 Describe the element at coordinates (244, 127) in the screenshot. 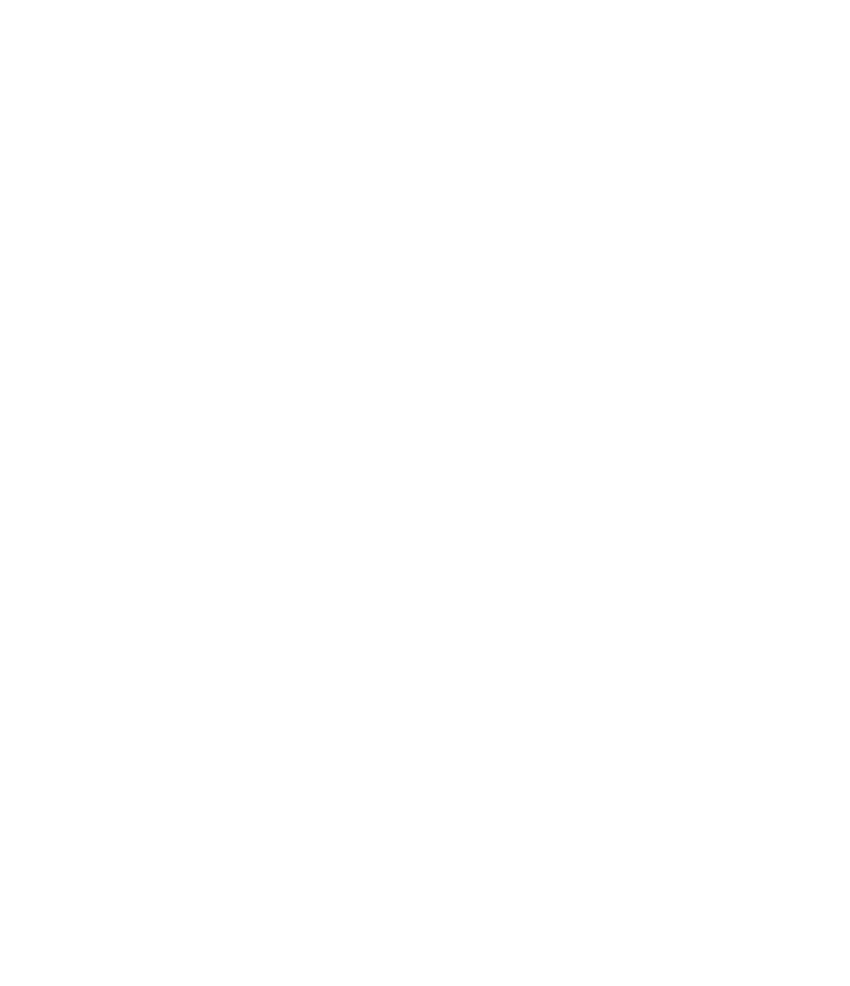

I see `'West Highland Way'` at that location.